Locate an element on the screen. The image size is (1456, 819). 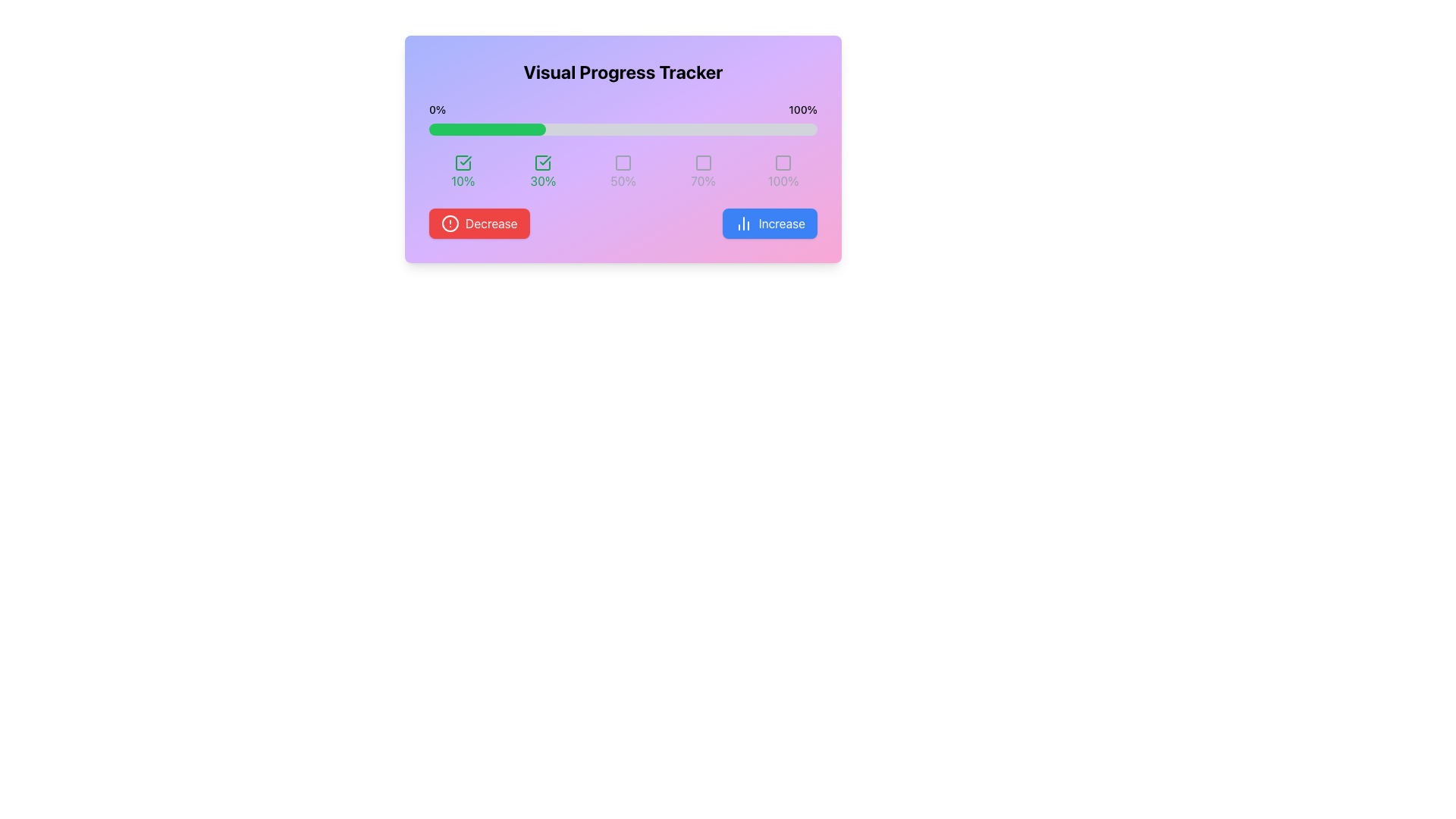
the outlined square icon with a checkmark inside, styled with a green stroke, indicating a confirmation state, located at the coordinates corresponding to the '10%' label under the progress tracker UI is located at coordinates (462, 163).